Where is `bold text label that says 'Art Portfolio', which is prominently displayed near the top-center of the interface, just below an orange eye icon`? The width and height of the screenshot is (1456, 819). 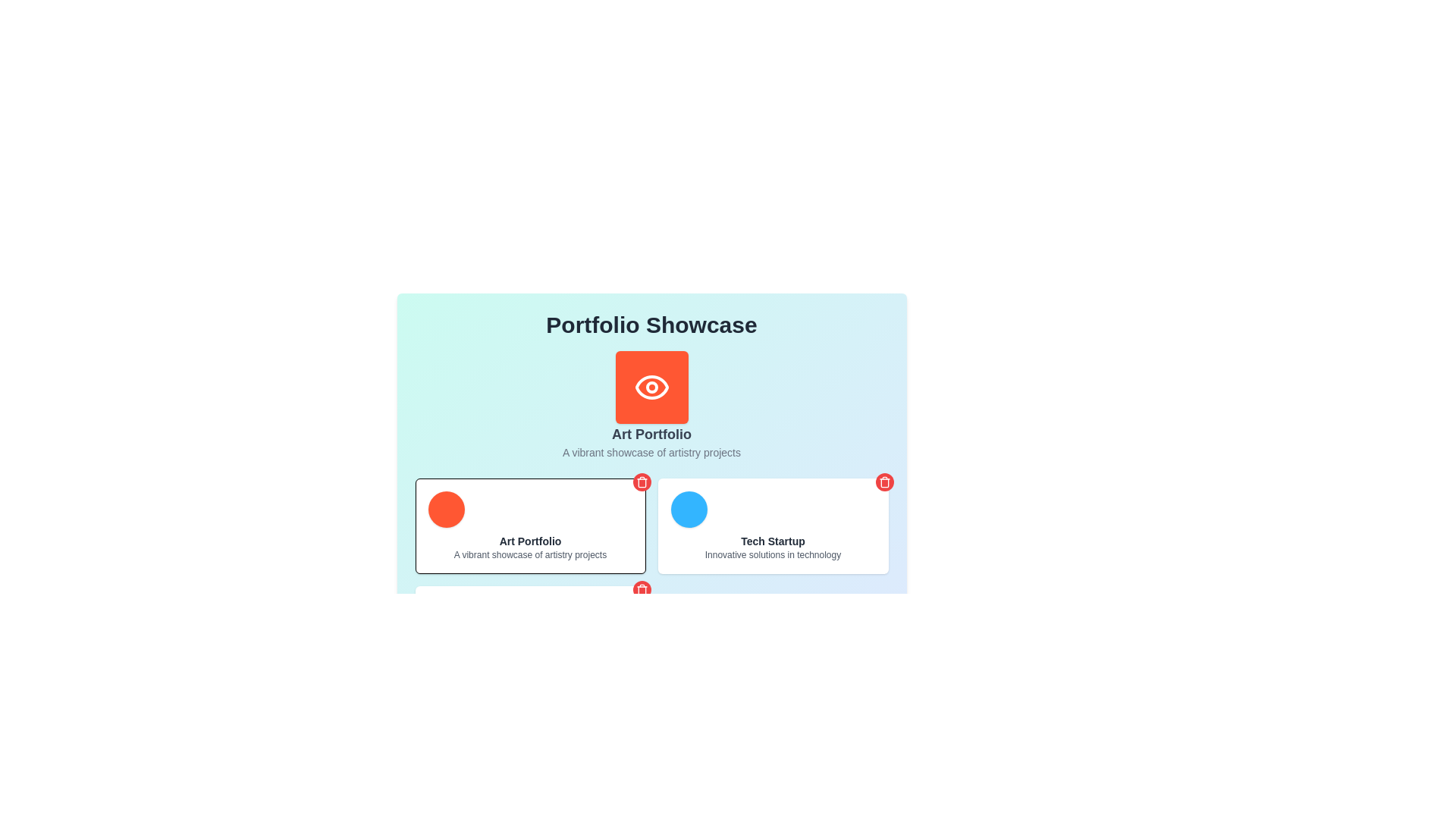 bold text label that says 'Art Portfolio', which is prominently displayed near the top-center of the interface, just below an orange eye icon is located at coordinates (651, 435).